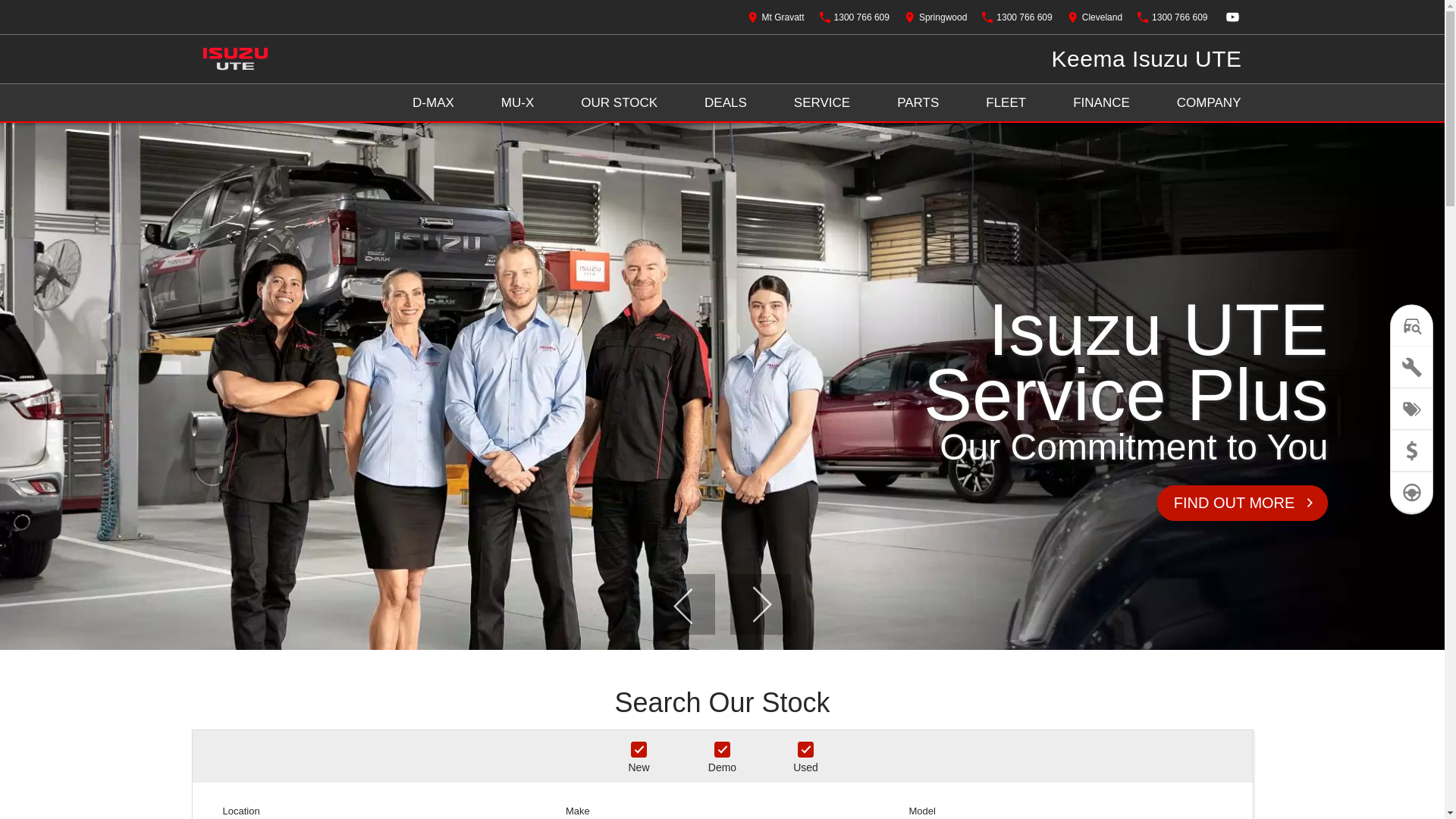 The height and width of the screenshot is (819, 1456). What do you see at coordinates (1051, 58) in the screenshot?
I see `'Keema Isuzu UTE'` at bounding box center [1051, 58].